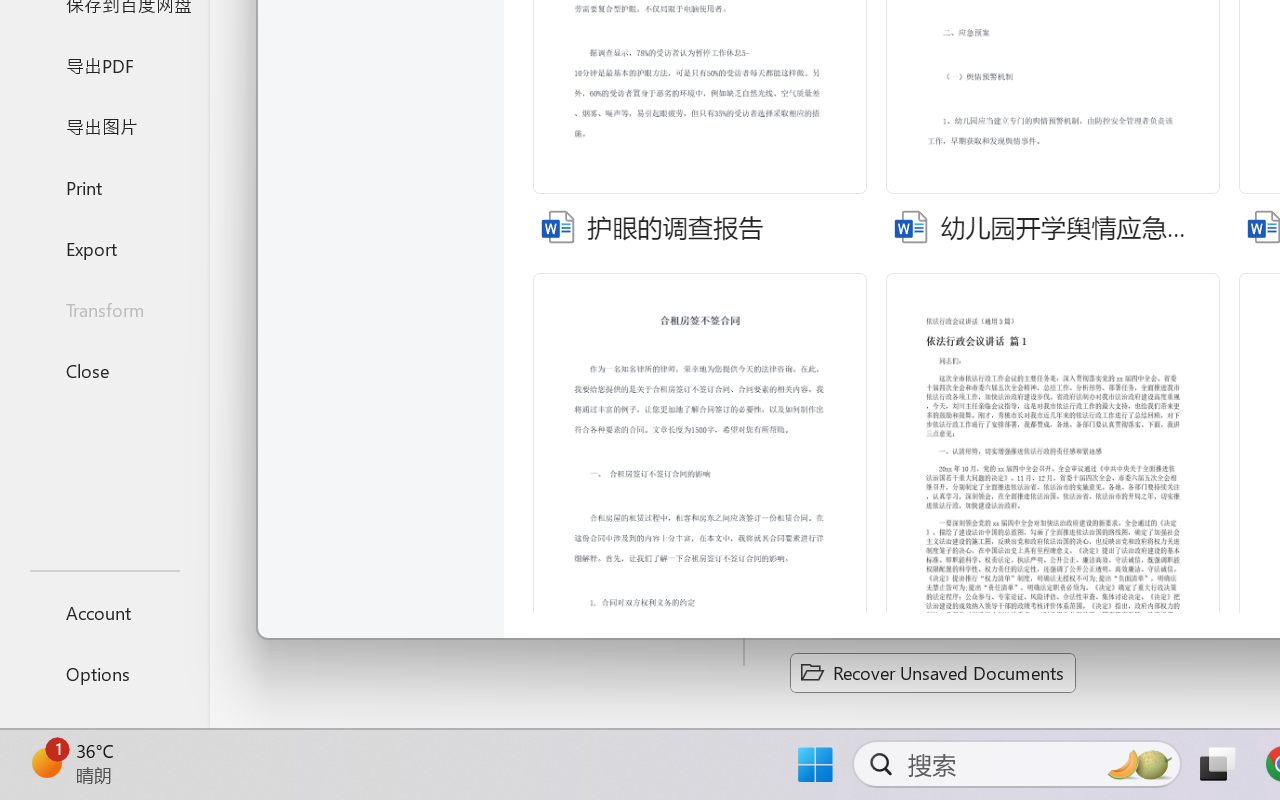 This screenshot has height=800, width=1280. What do you see at coordinates (103, 612) in the screenshot?
I see `'Account'` at bounding box center [103, 612].